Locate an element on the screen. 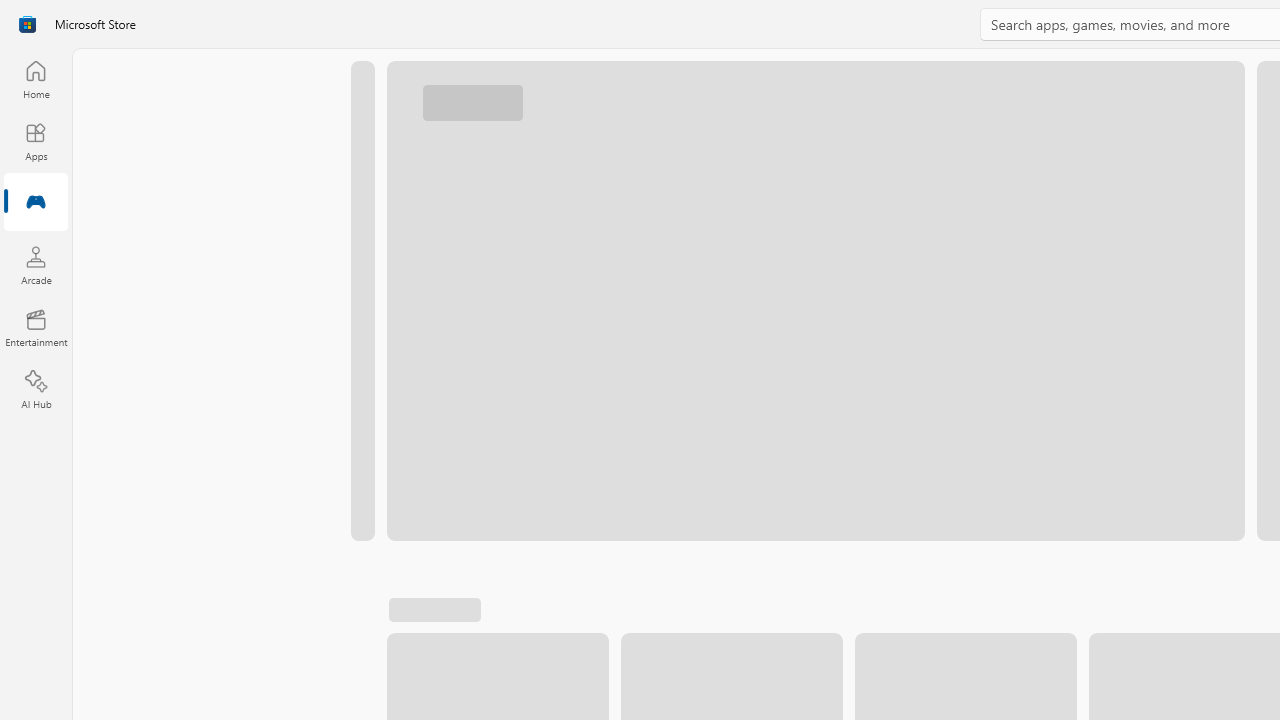  'Arcade' is located at coordinates (35, 264).